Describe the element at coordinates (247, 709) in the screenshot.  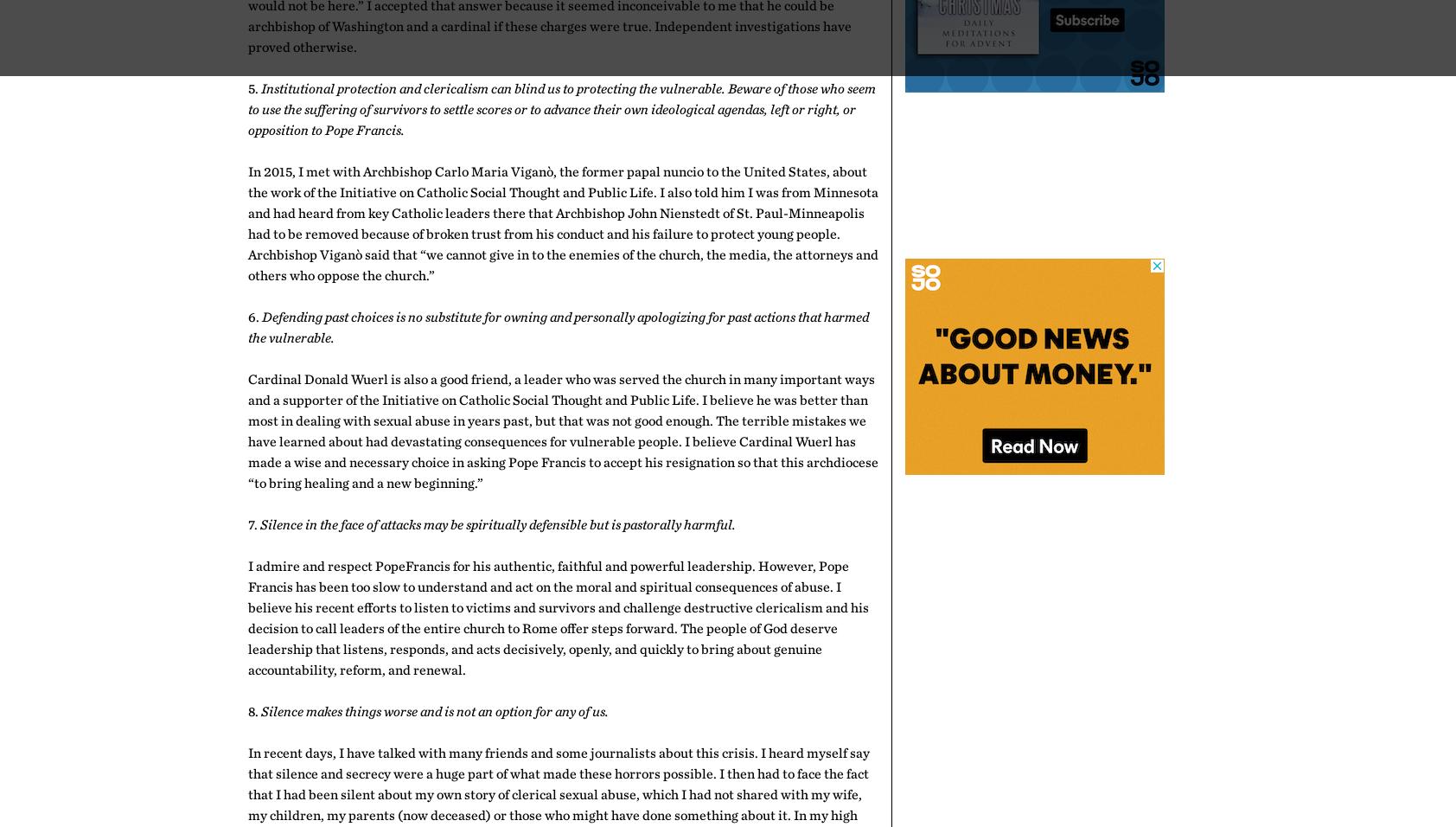
I see `'8.'` at that location.